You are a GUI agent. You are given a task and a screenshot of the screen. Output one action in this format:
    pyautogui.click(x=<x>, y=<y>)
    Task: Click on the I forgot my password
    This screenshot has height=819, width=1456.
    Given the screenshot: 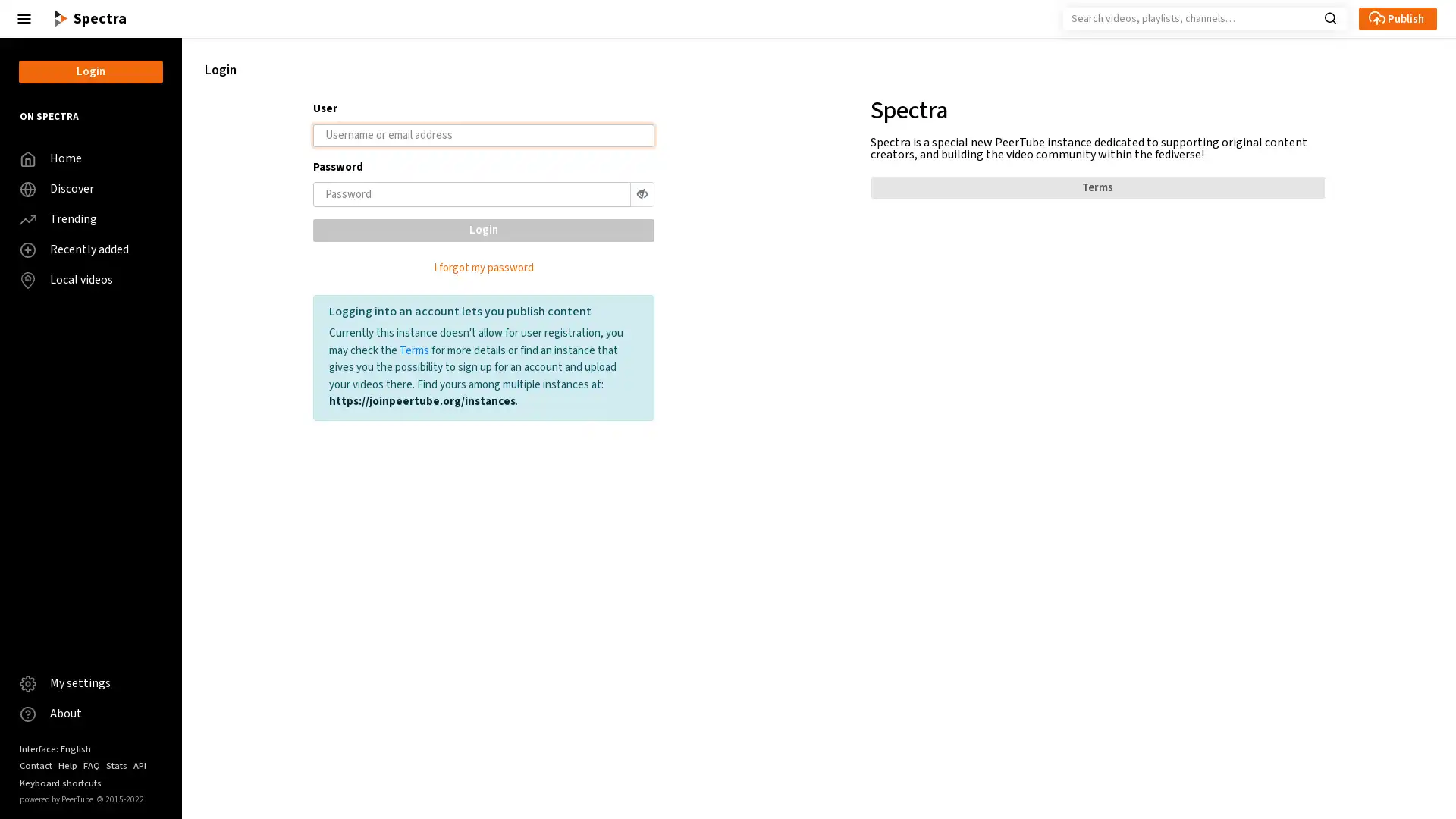 What is the action you would take?
    pyautogui.click(x=482, y=267)
    